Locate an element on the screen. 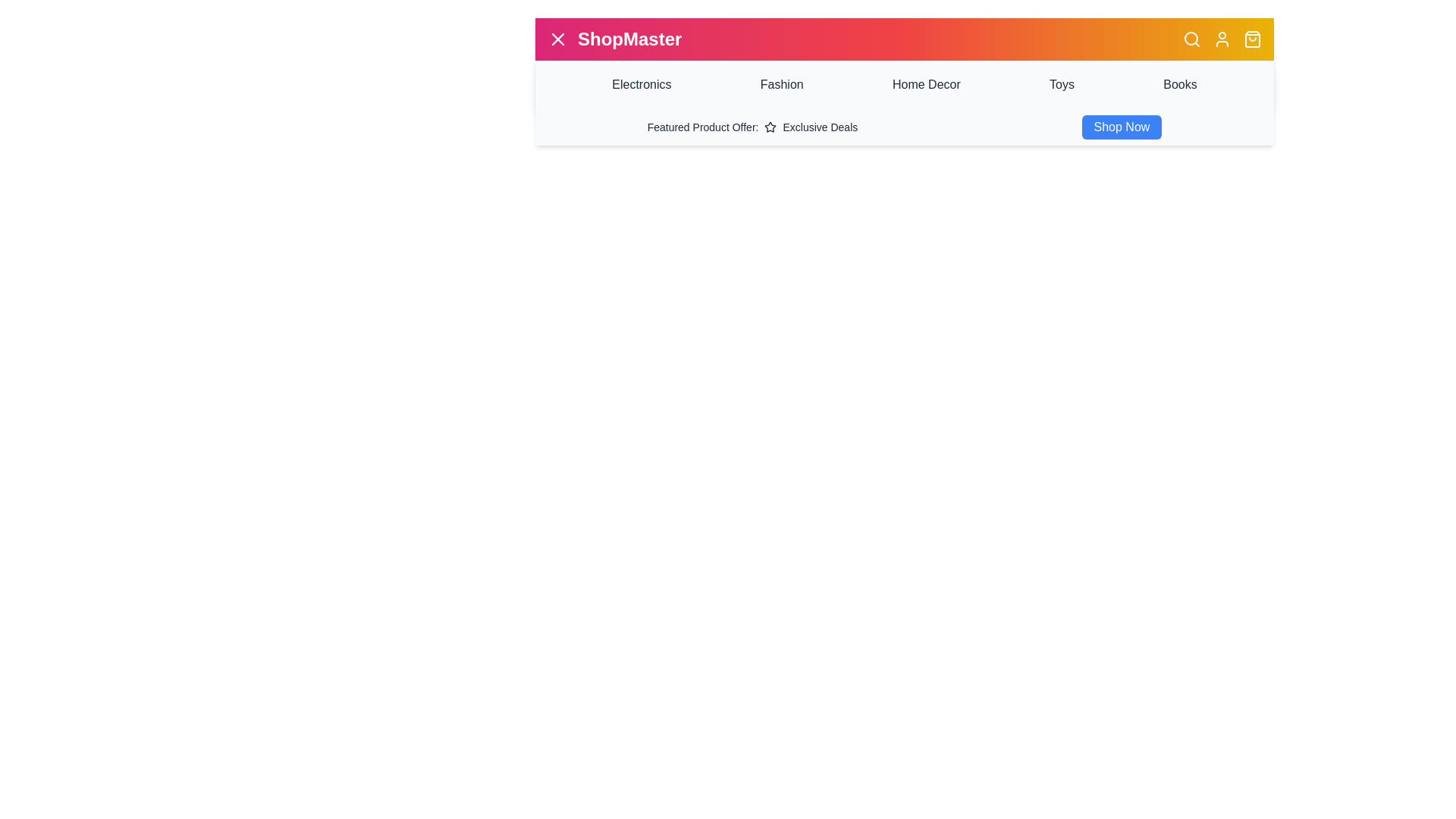 The width and height of the screenshot is (1456, 819). the user icon to view account details is located at coordinates (1222, 38).